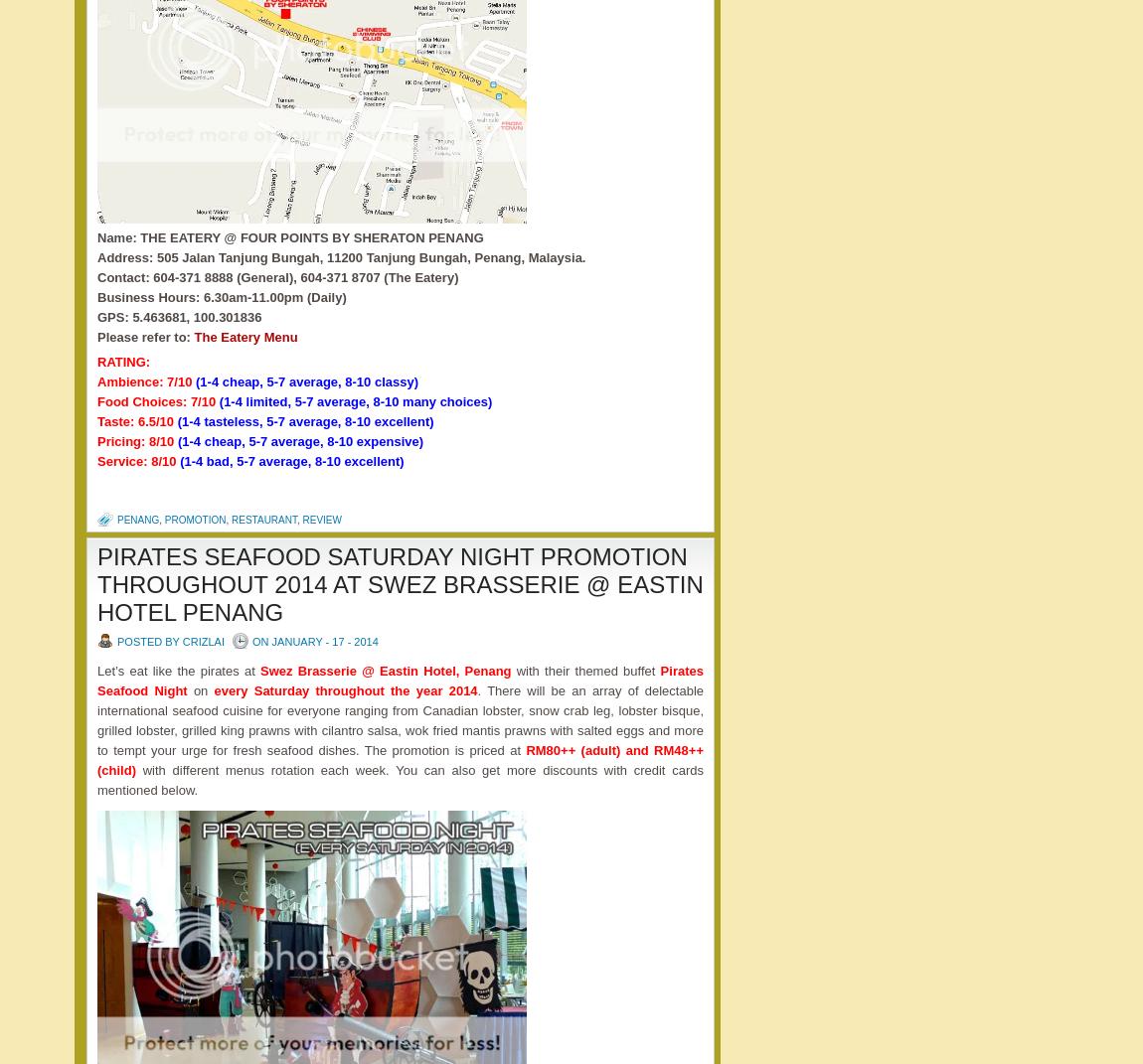 The width and height of the screenshot is (1143, 1064). I want to click on 'Contact: 604-371 8888 (General), 604-371 8707 (The Eatery)', so click(276, 276).